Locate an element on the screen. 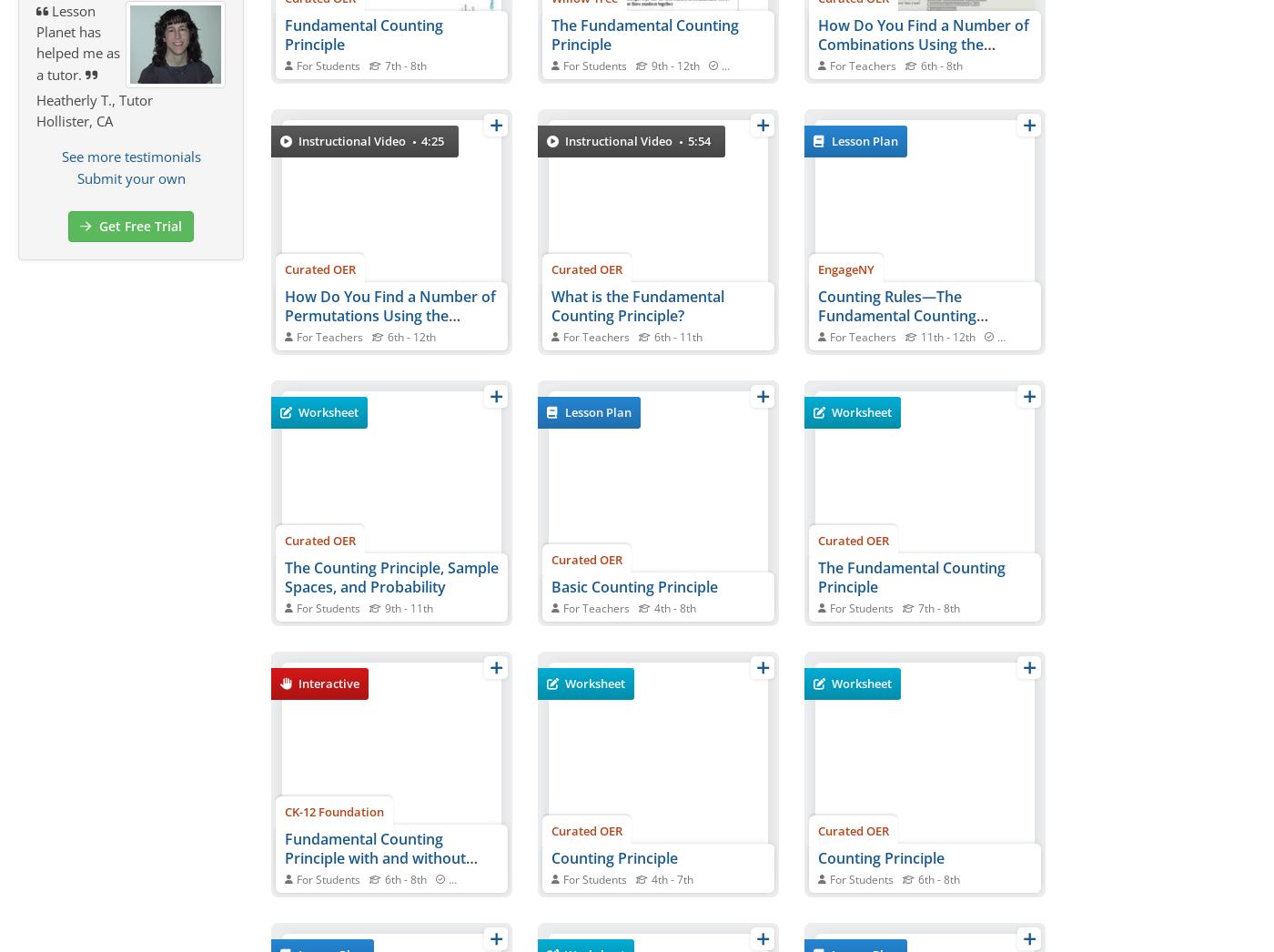 The width and height of the screenshot is (1274, 952). '6th - 12th' is located at coordinates (411, 337).